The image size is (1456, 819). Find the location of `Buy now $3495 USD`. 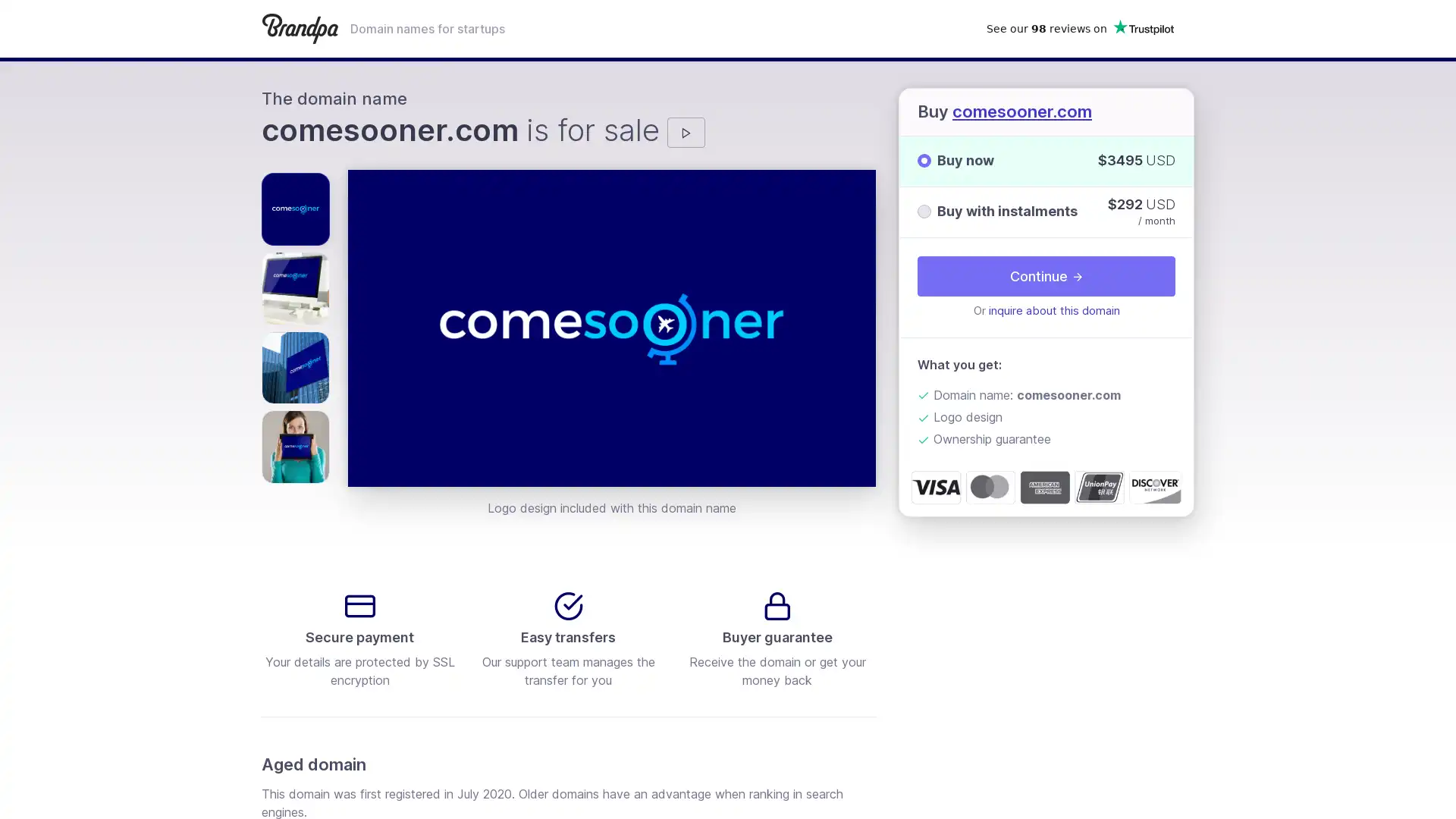

Buy now $3495 USD is located at coordinates (1046, 161).